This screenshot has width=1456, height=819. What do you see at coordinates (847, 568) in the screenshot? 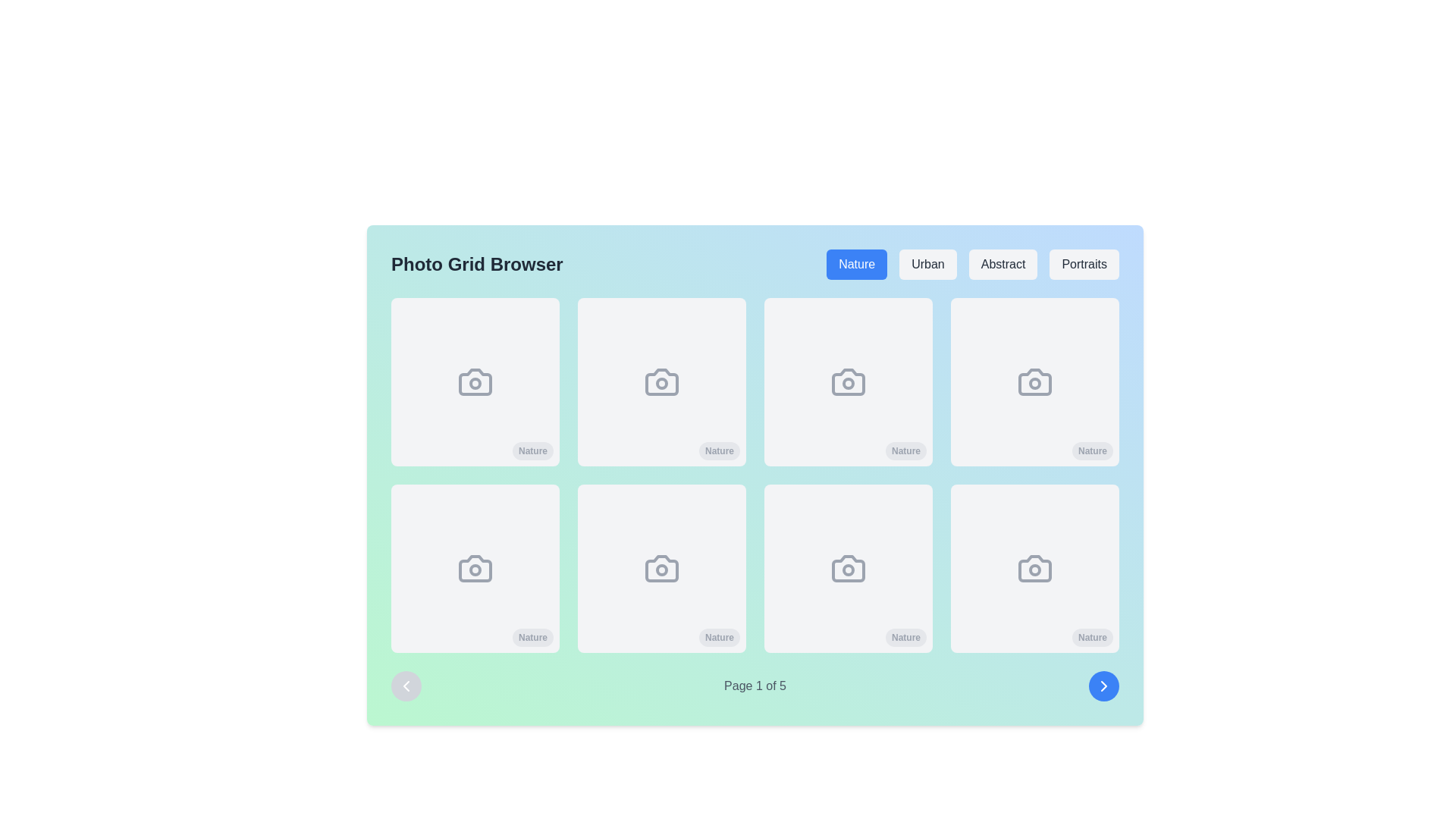
I see `the main body structure of the camera icon in the sixth grid cell of the 3x3 layout to visually associate it with its context` at bounding box center [847, 568].